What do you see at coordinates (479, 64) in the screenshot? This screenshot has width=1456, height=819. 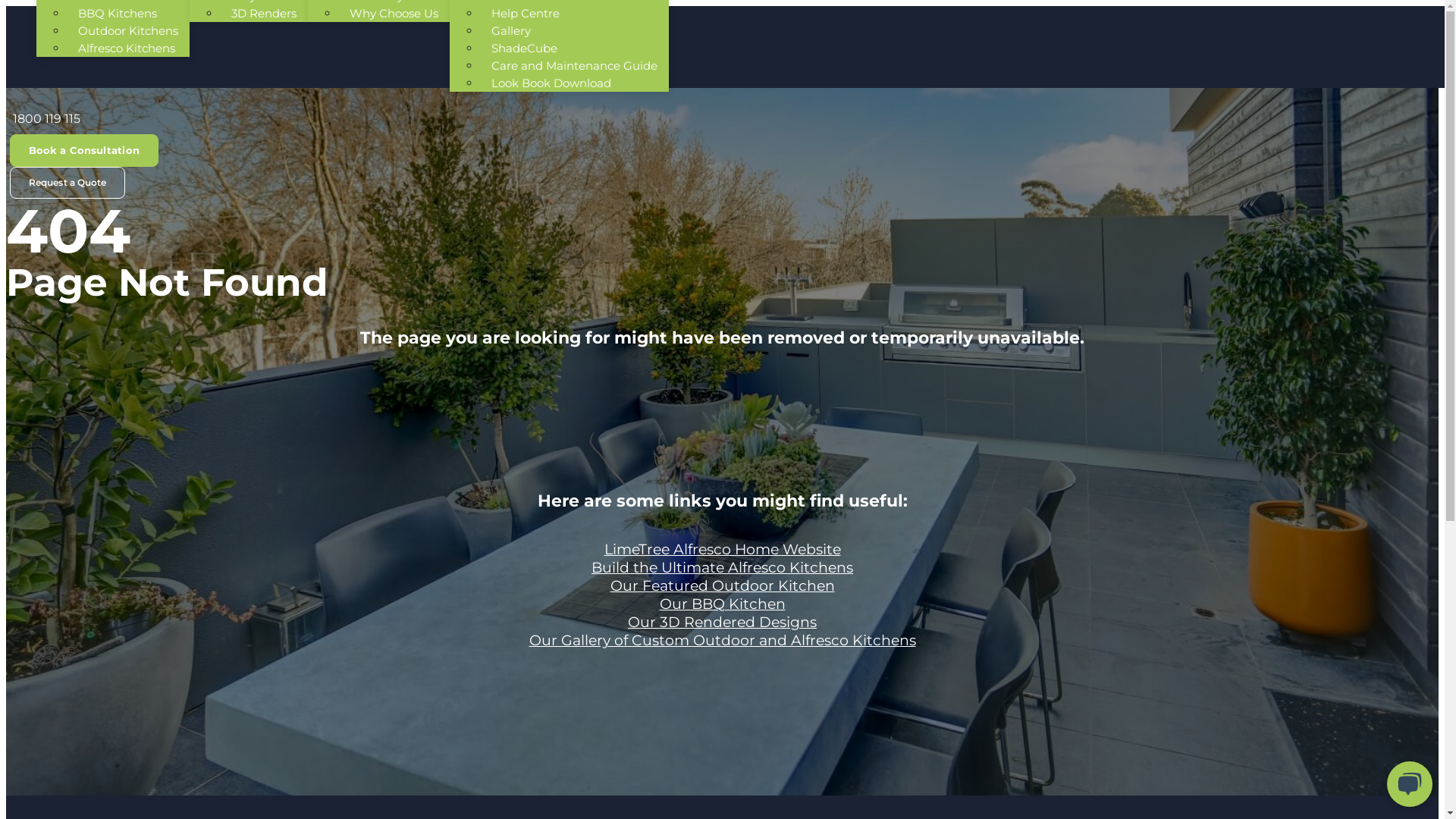 I see `'Care and Maintenance Guide'` at bounding box center [479, 64].